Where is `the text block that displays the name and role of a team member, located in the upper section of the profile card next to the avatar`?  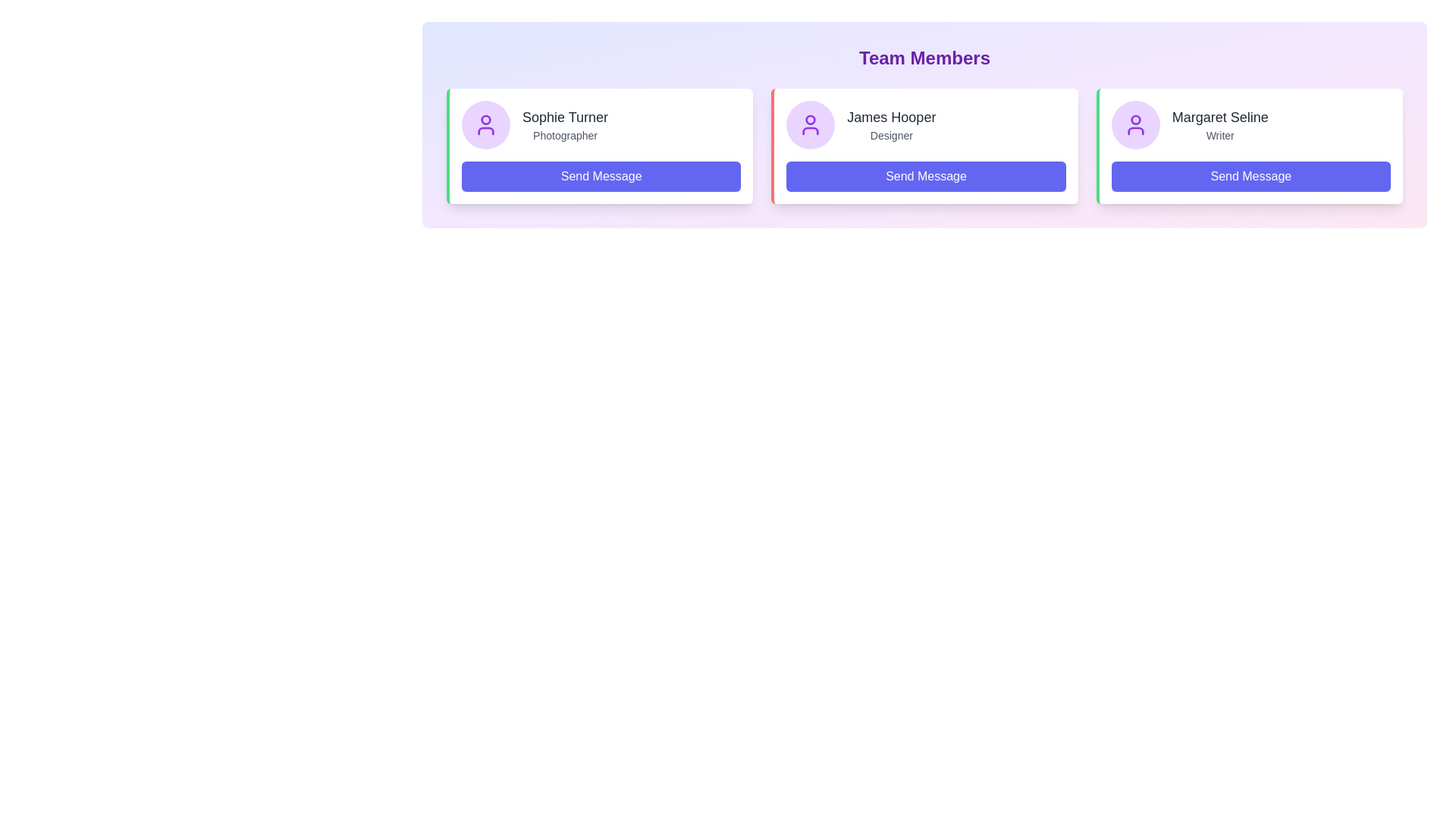 the text block that displays the name and role of a team member, located in the upper section of the profile card next to the avatar is located at coordinates (601, 124).